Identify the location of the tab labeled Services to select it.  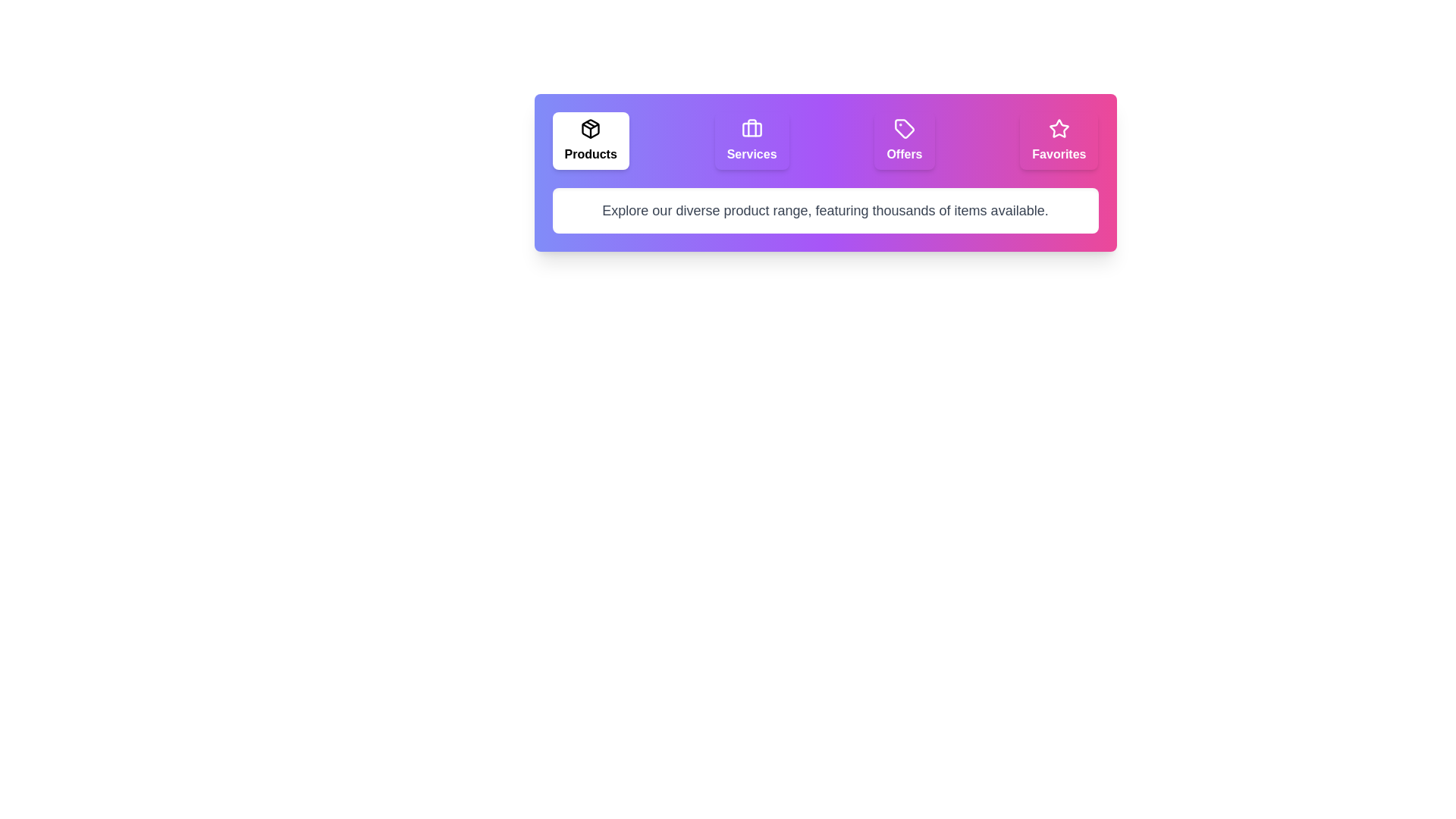
(751, 140).